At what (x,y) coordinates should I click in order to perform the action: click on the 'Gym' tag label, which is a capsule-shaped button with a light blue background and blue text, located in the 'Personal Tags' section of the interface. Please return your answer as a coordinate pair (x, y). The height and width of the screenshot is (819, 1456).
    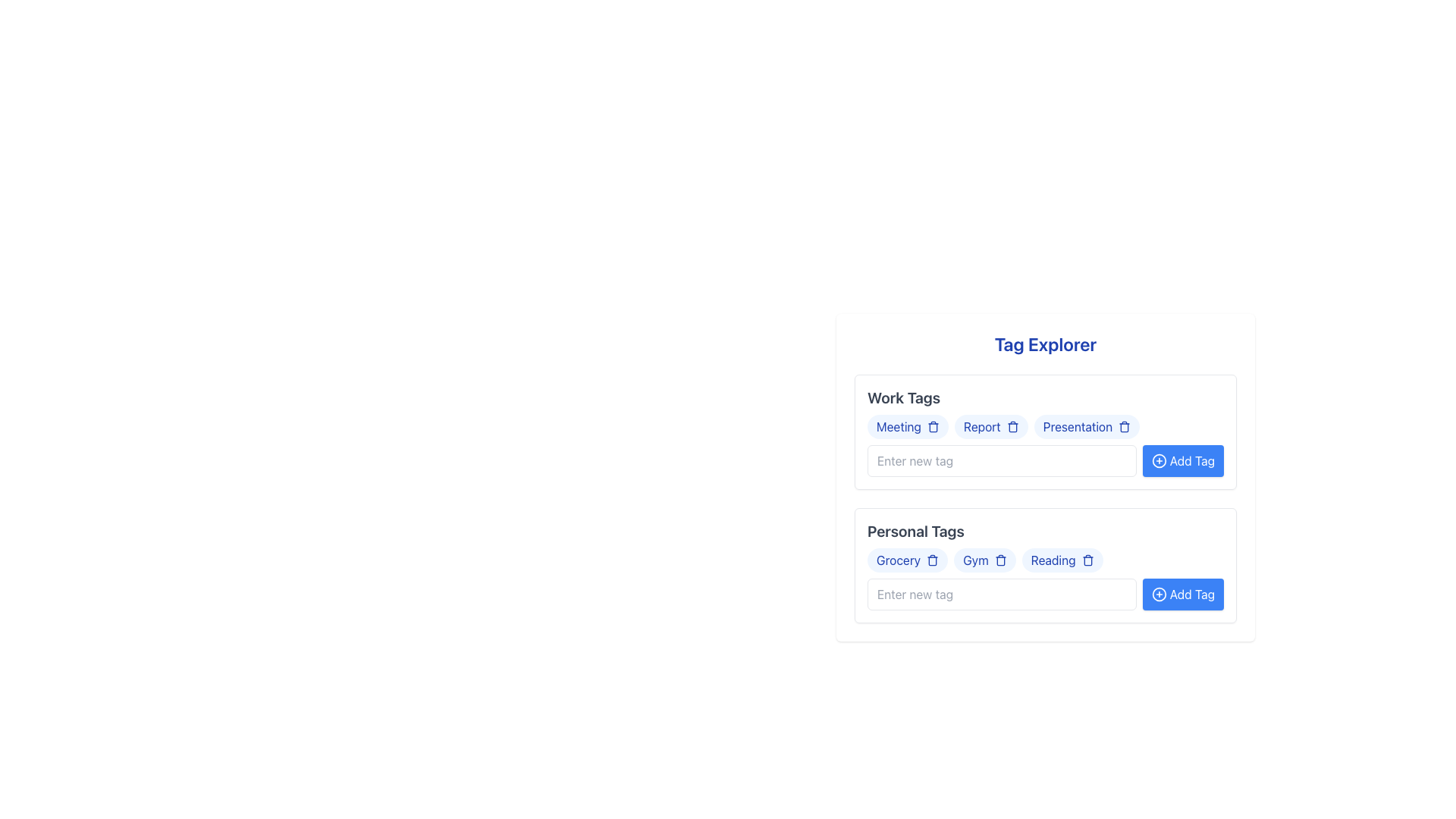
    Looking at the image, I should click on (984, 560).